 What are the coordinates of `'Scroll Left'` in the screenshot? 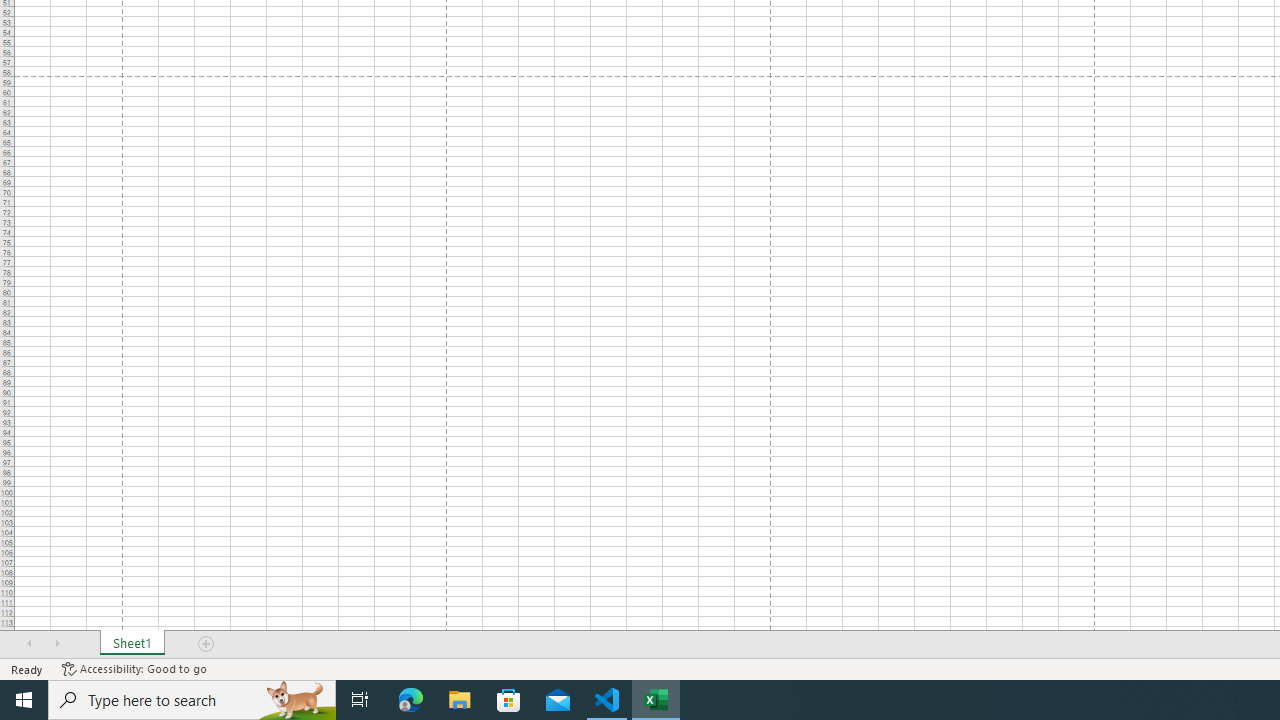 It's located at (29, 644).